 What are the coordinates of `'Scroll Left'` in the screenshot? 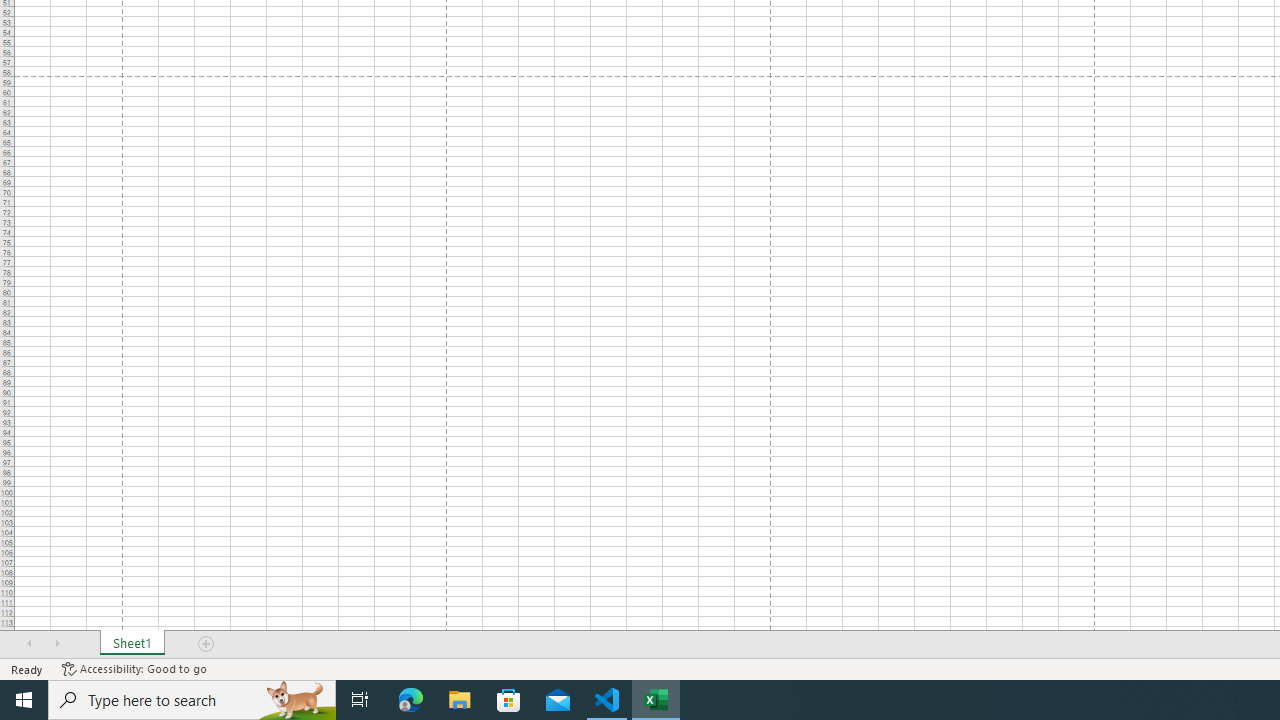 It's located at (29, 644).